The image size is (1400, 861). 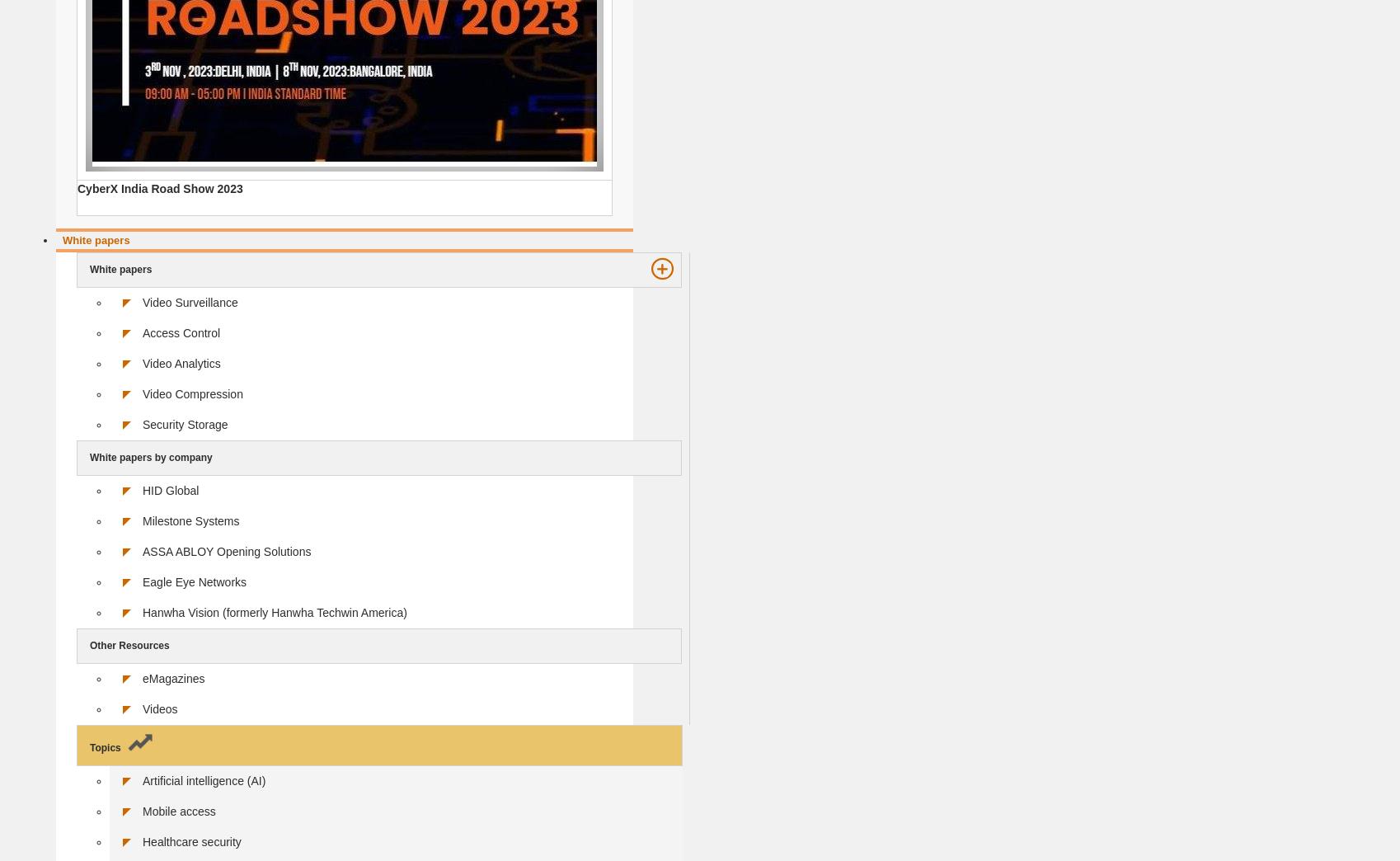 I want to click on 'Artificial intelligence (AI)', so click(x=204, y=780).